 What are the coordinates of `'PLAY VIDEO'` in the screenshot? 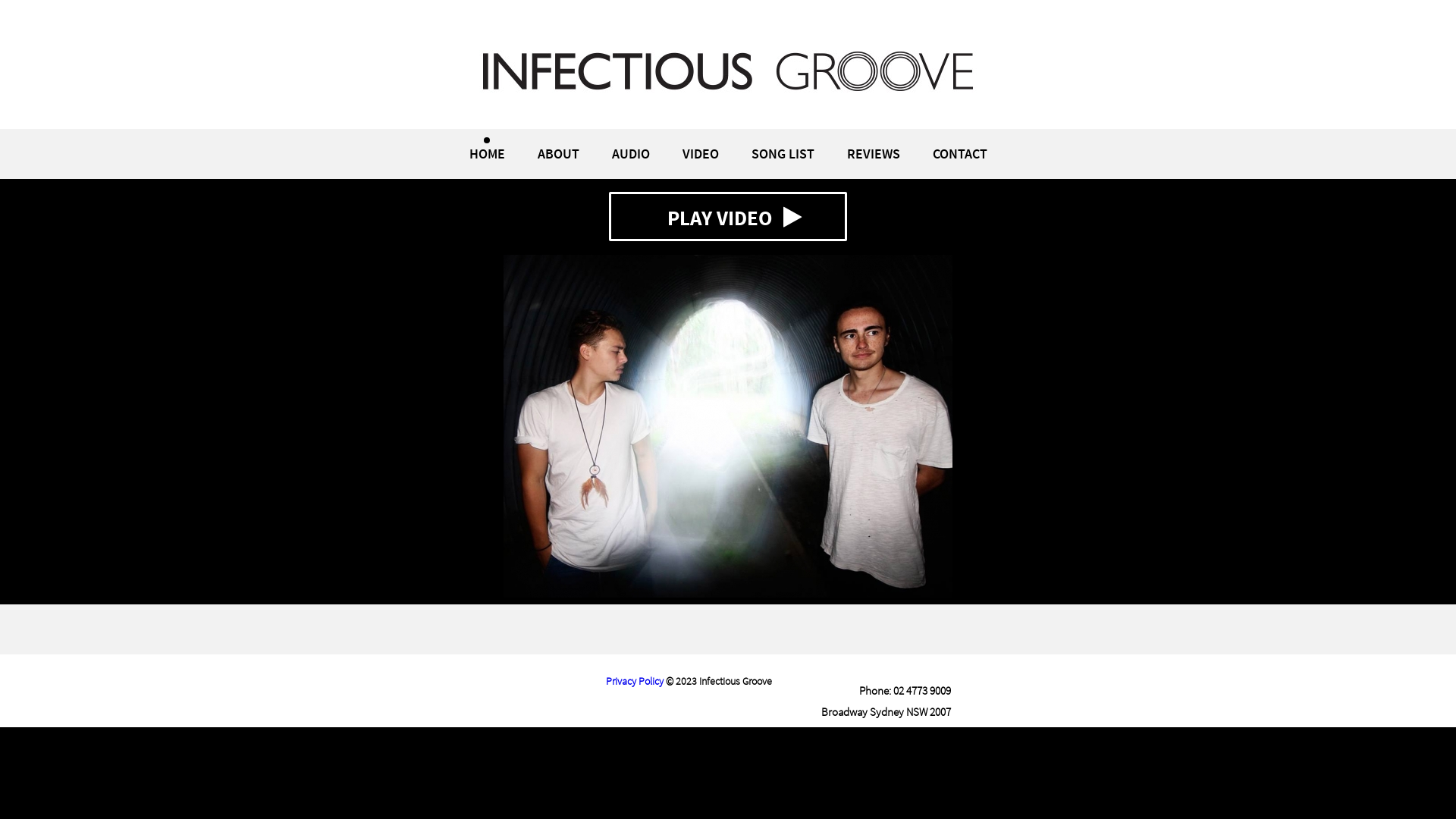 It's located at (728, 216).